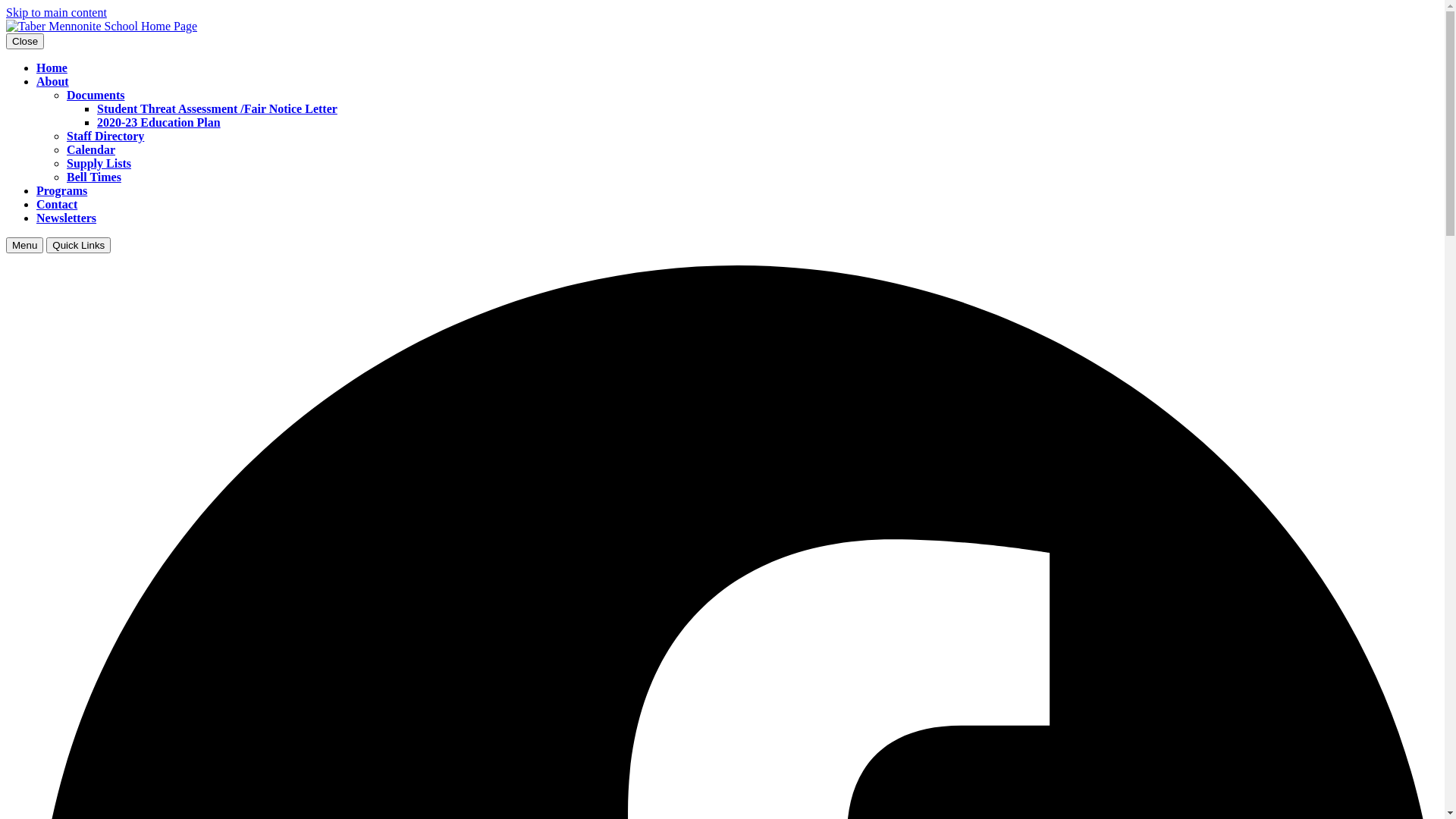 This screenshot has height=819, width=1456. Describe the element at coordinates (65, 218) in the screenshot. I see `'Newsletters'` at that location.